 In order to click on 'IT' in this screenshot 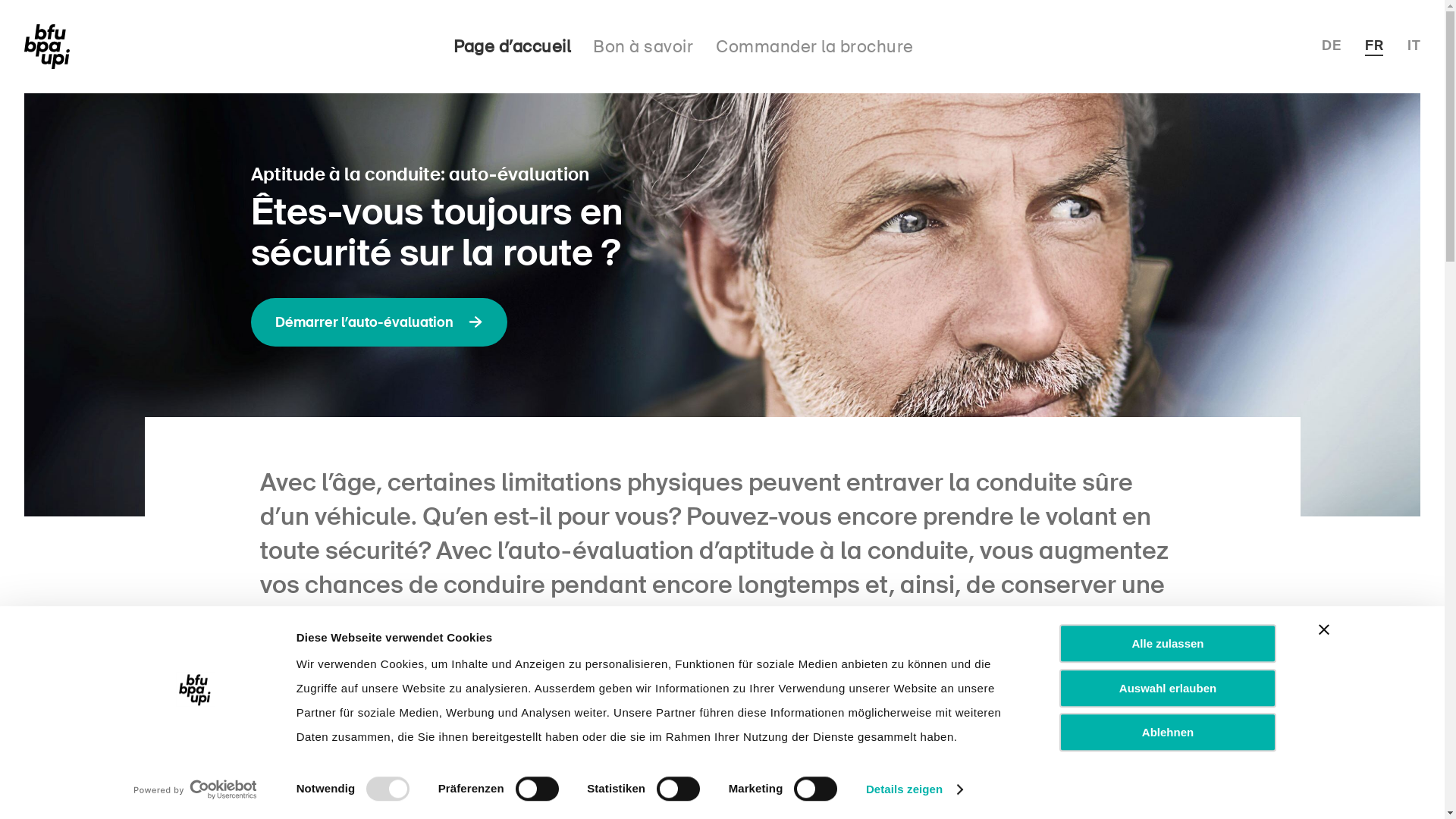, I will do `click(1407, 45)`.